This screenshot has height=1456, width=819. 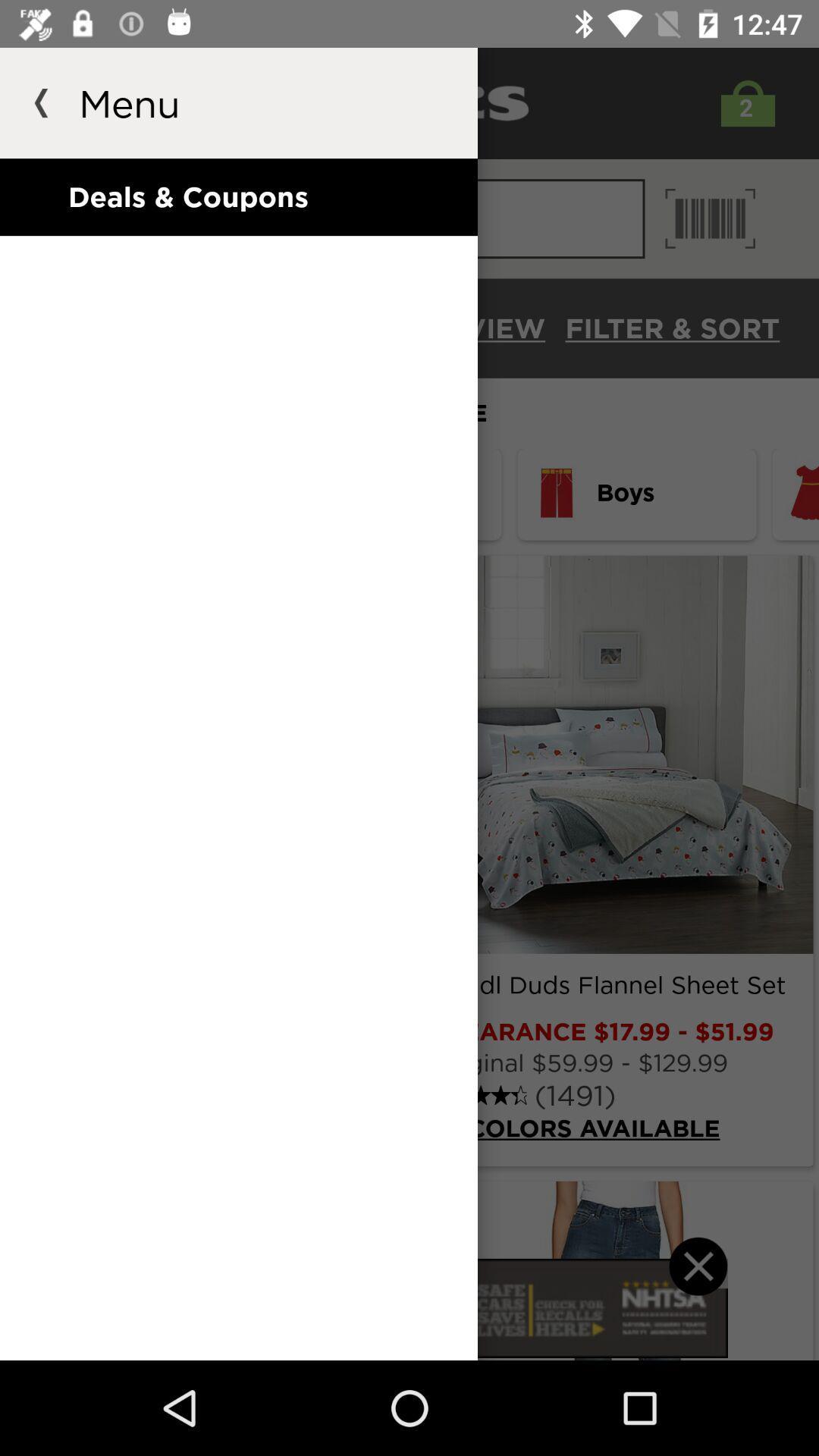 I want to click on the close icon, so click(x=698, y=1285).